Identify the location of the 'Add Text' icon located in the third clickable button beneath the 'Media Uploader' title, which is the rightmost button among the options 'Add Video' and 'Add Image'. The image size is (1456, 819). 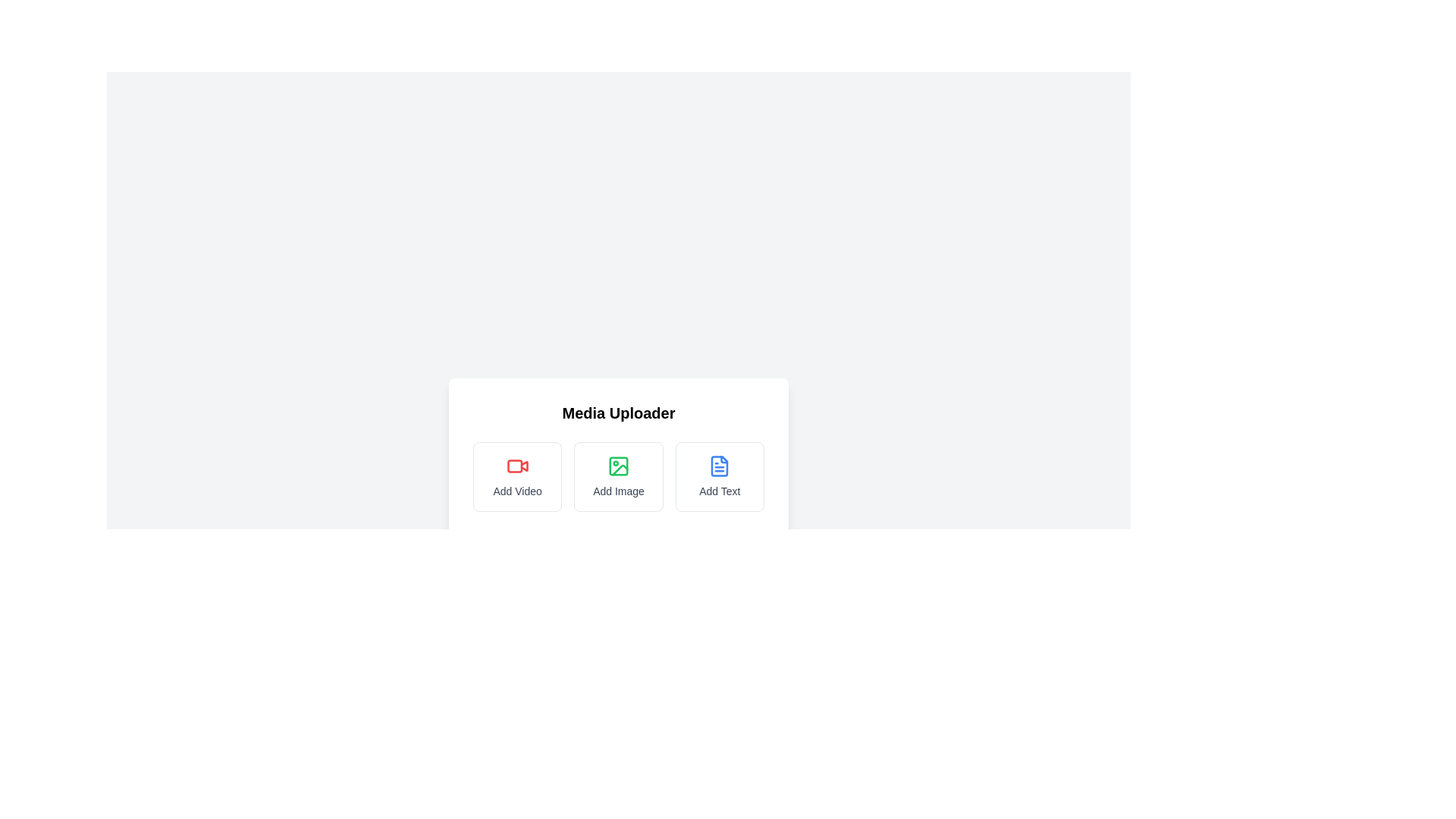
(719, 465).